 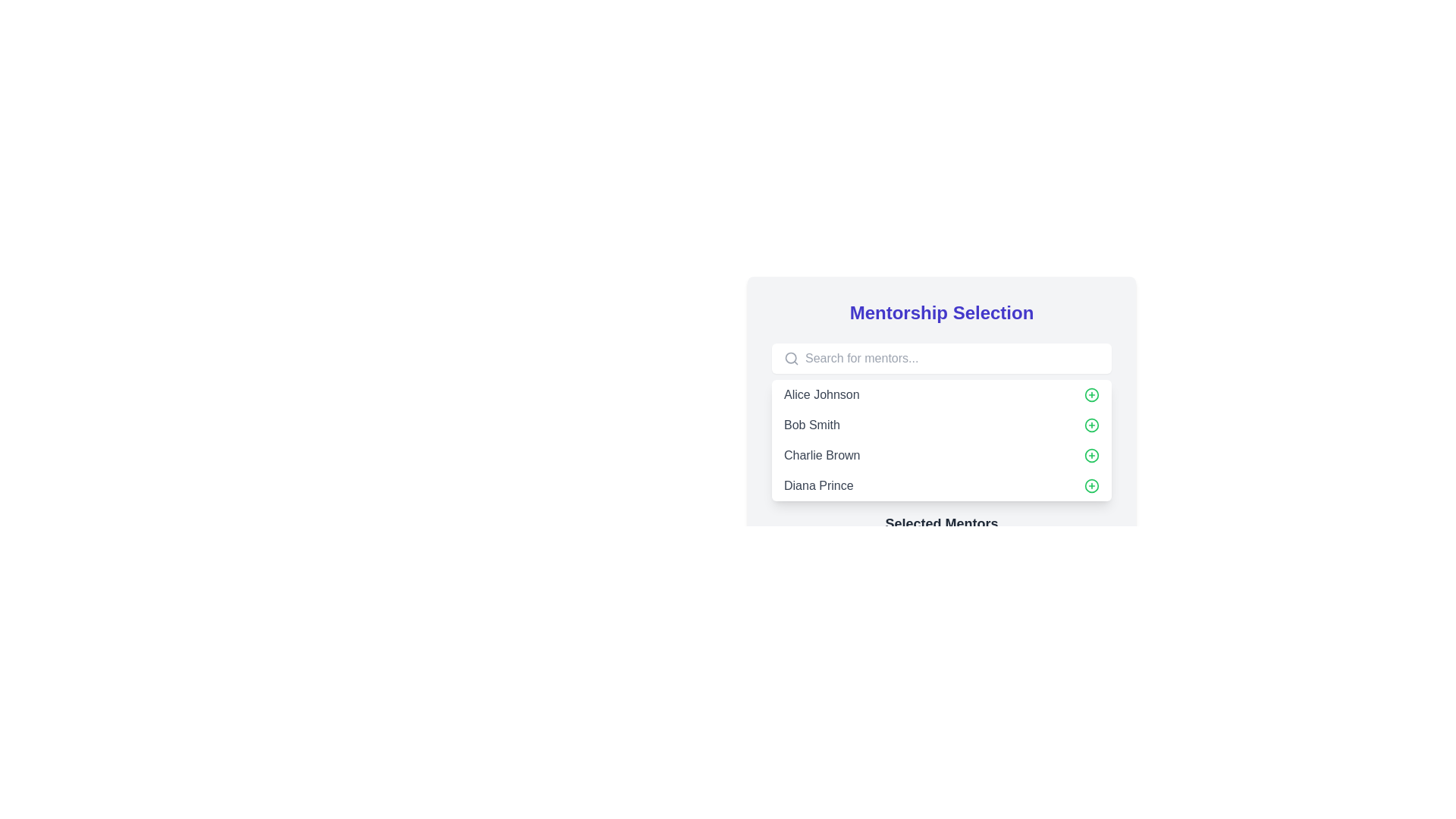 I want to click on the mentorship selection header text, which indicates the section's purpose to the user, so click(x=941, y=312).